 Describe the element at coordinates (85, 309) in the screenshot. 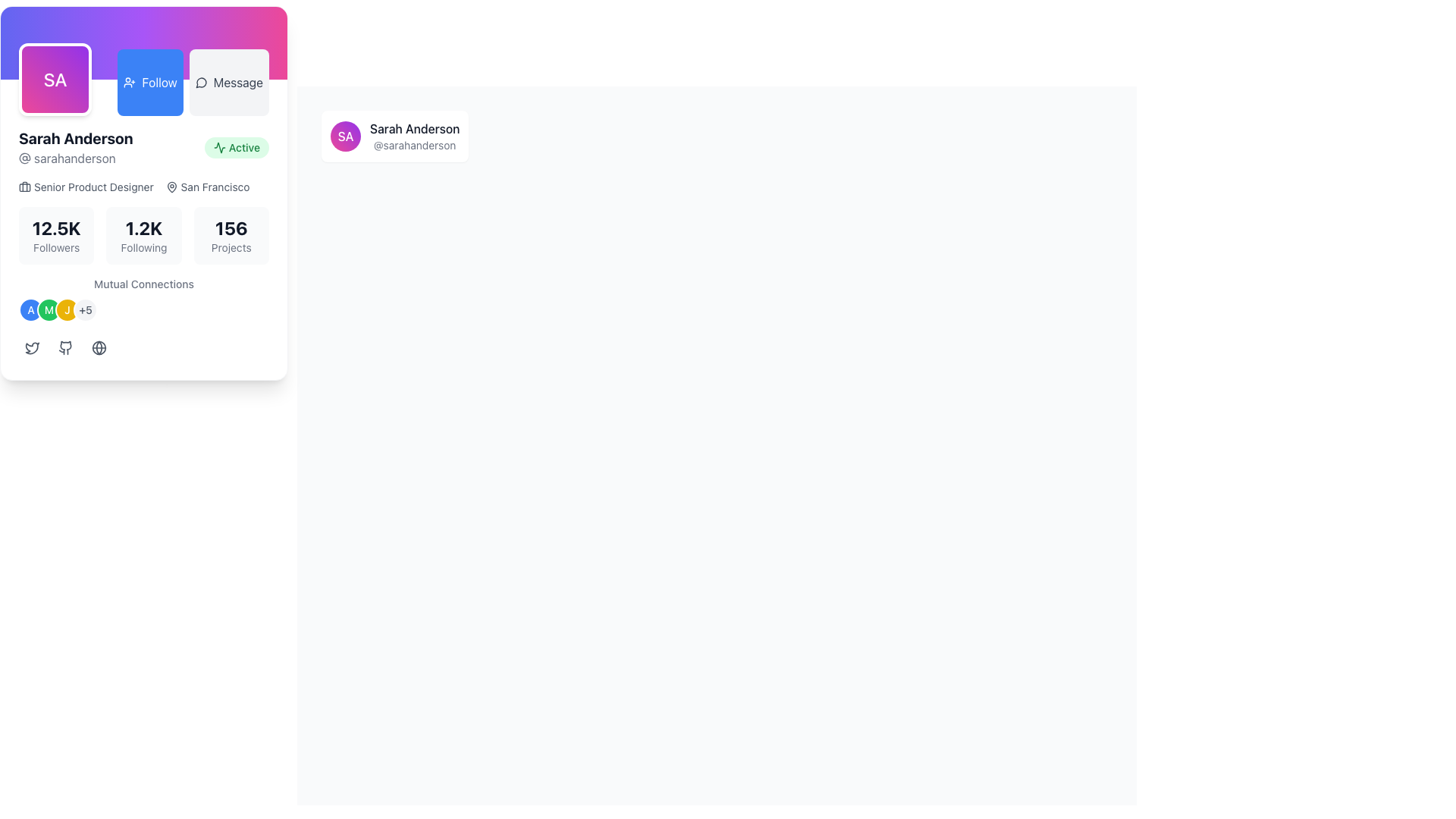

I see `the fourth badge in the 'Mutual Connections' section` at that location.